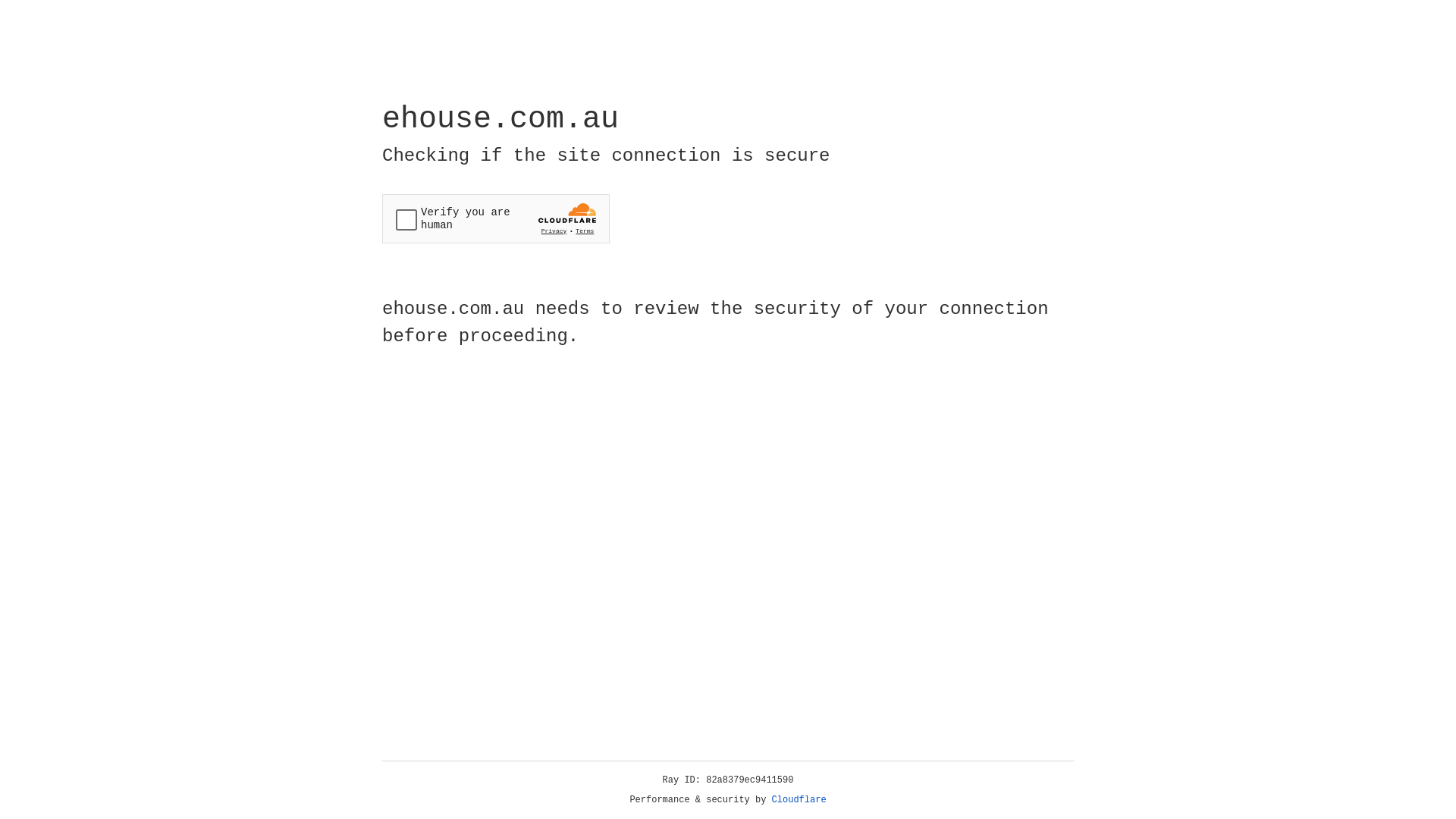  I want to click on 'Cloudflare', so click(799, 799).